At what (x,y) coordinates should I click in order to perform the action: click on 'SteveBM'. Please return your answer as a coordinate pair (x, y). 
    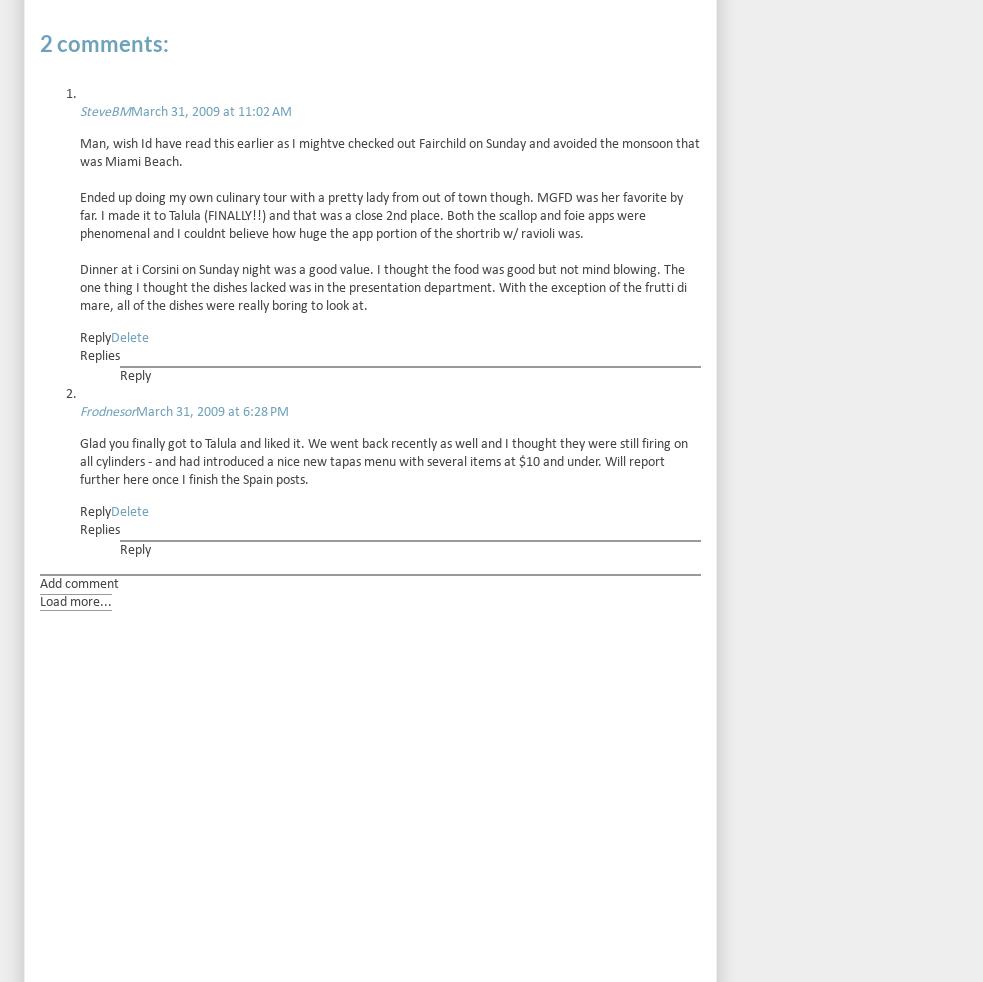
    Looking at the image, I should click on (79, 110).